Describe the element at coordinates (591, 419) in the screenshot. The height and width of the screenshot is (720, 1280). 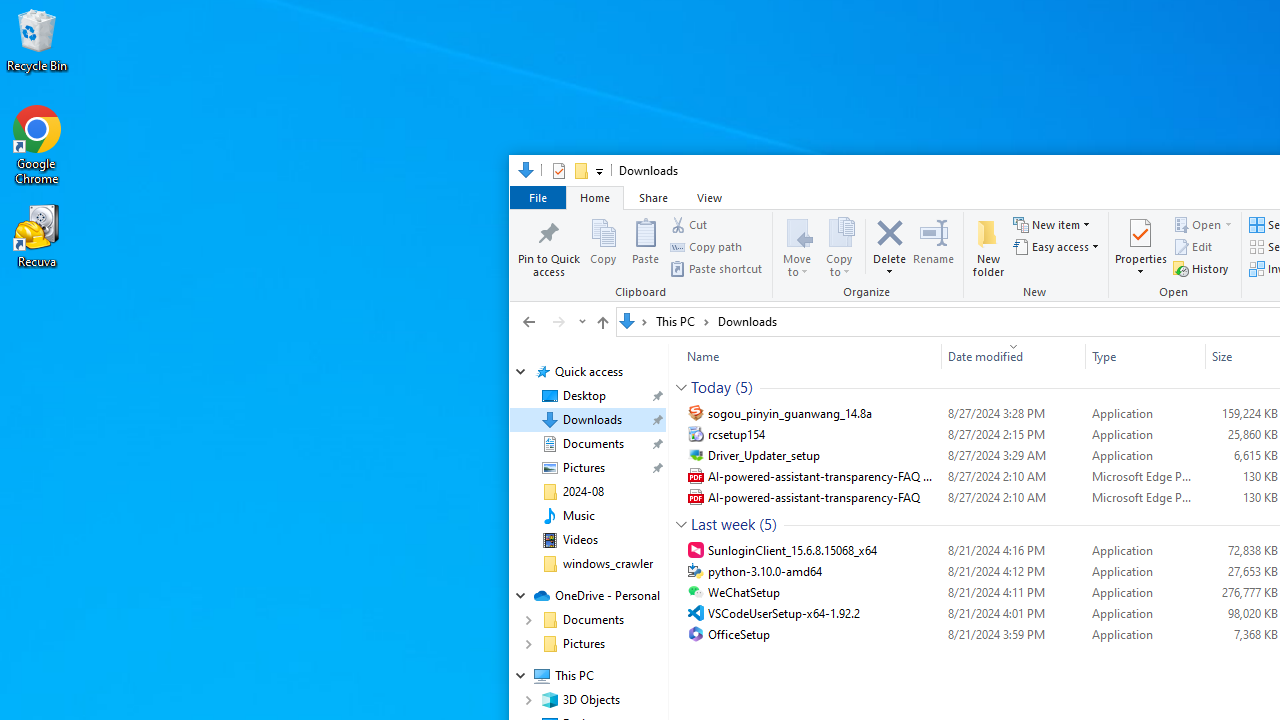
I see `'Downloads (pinned)'` at that location.